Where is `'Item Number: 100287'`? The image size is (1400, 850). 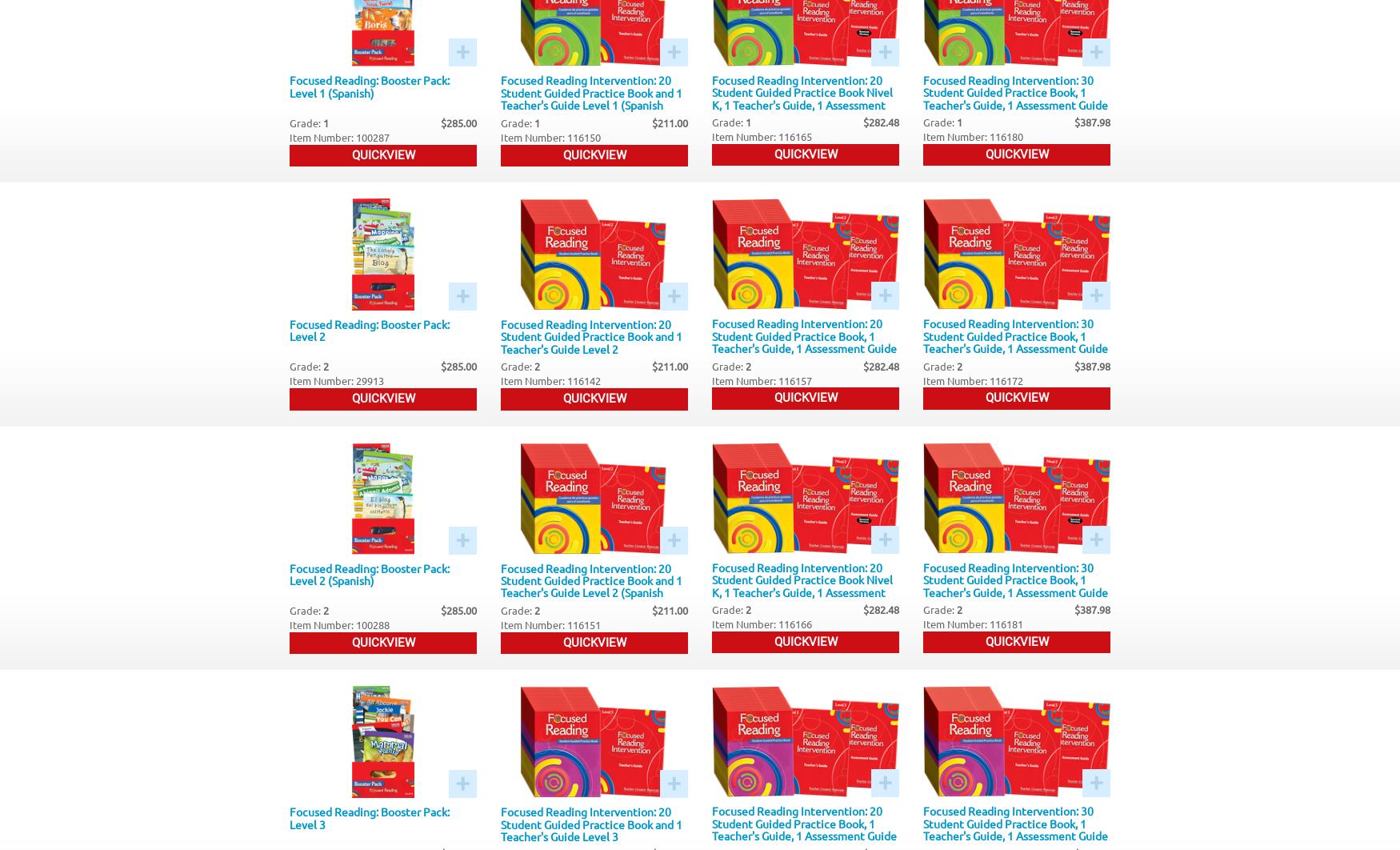 'Item Number: 100287' is located at coordinates (290, 136).